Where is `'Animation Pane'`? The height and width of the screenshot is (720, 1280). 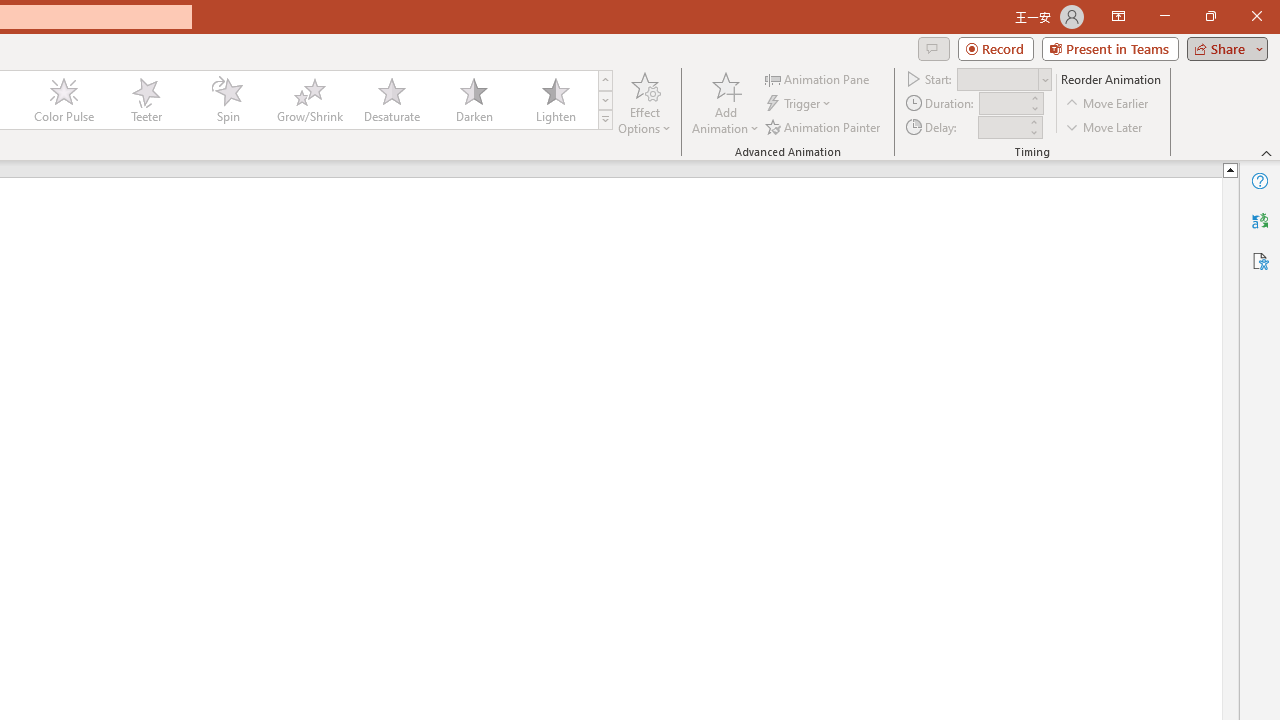
'Animation Pane' is located at coordinates (818, 78).